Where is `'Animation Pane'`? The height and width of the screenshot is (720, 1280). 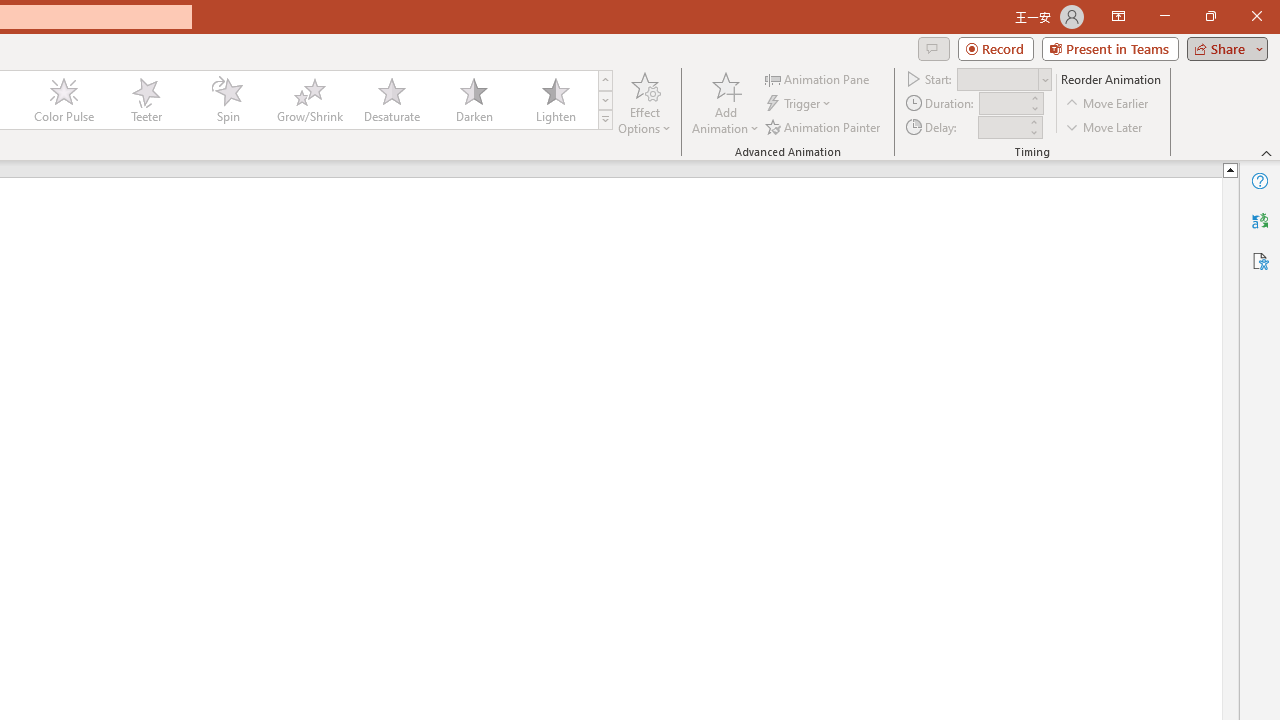
'Animation Pane' is located at coordinates (818, 78).